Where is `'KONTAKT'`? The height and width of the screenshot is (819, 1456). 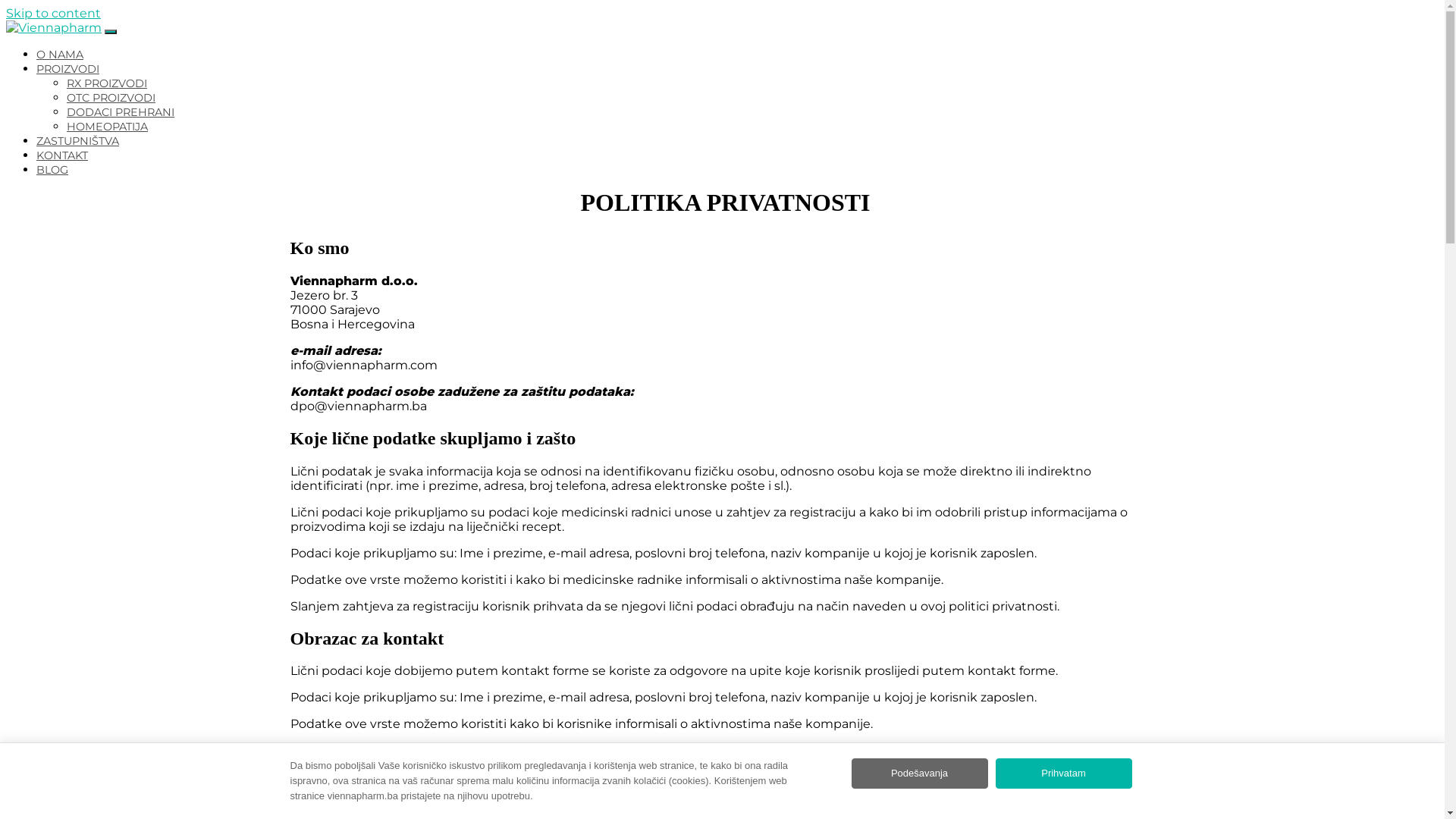 'KONTAKT' is located at coordinates (61, 155).